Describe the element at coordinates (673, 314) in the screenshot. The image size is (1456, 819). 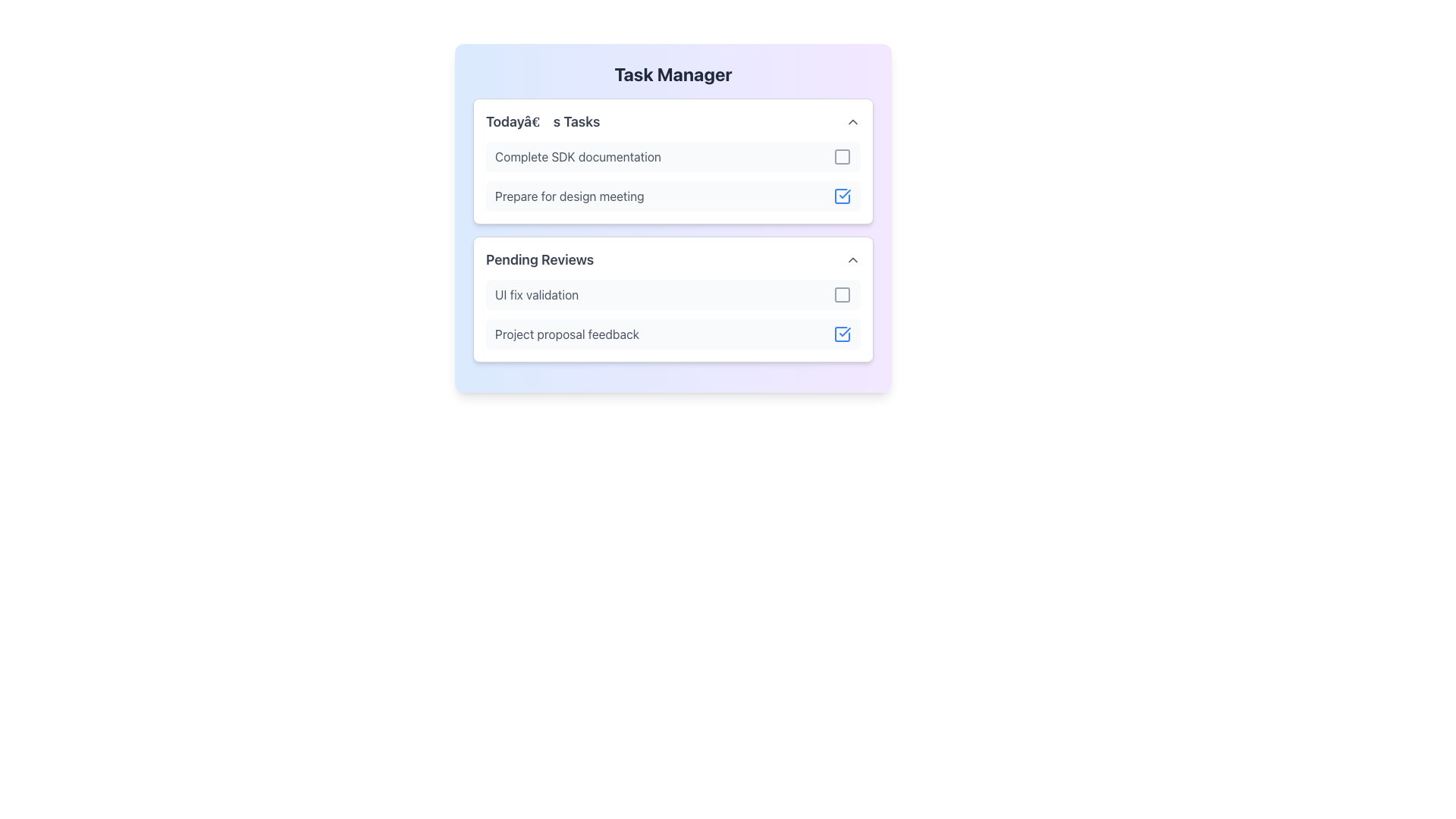
I see `the interactive icons within the 'Pending Reviews' section that manage the tasks 'UI fix validation' and 'Project proposal feedback'` at that location.